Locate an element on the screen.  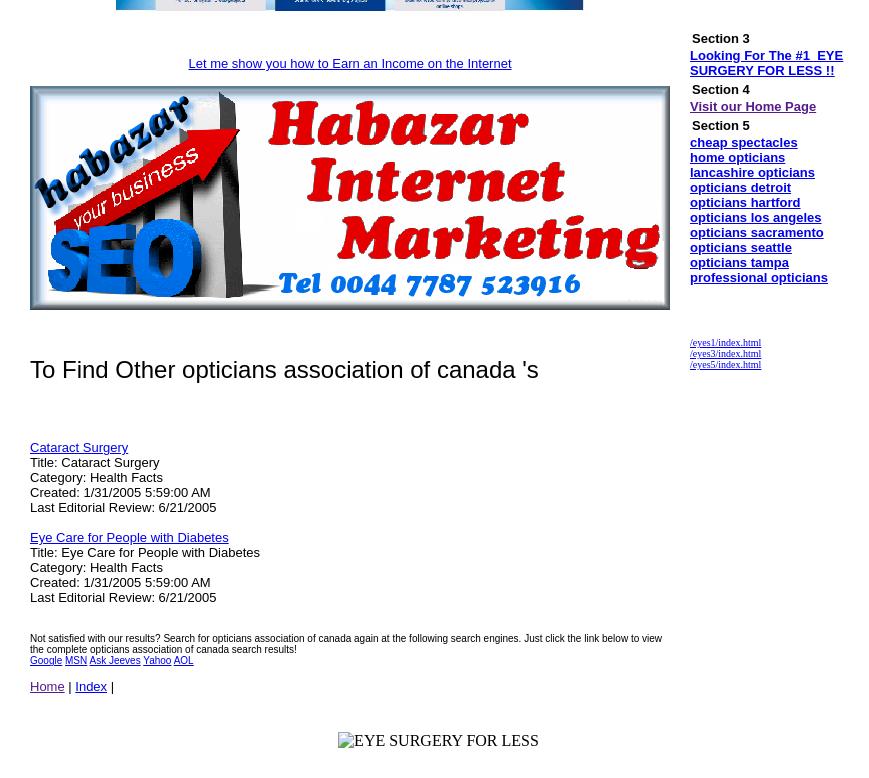
'Eye Care for People with Diabetes' is located at coordinates (127, 537).